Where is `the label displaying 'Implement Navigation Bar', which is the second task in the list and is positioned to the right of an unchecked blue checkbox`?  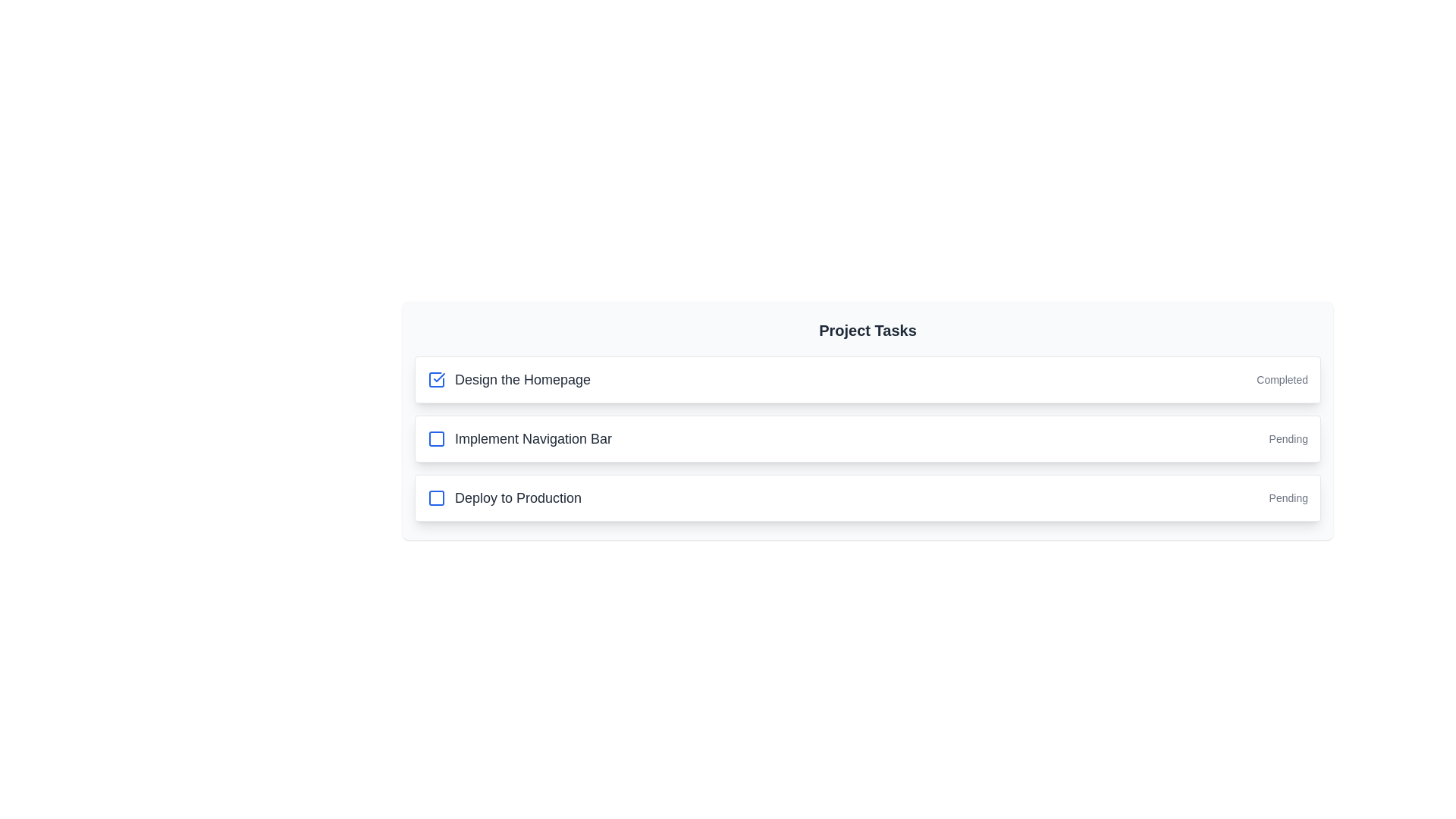
the label displaying 'Implement Navigation Bar', which is the second task in the list and is positioned to the right of an unchecked blue checkbox is located at coordinates (519, 438).